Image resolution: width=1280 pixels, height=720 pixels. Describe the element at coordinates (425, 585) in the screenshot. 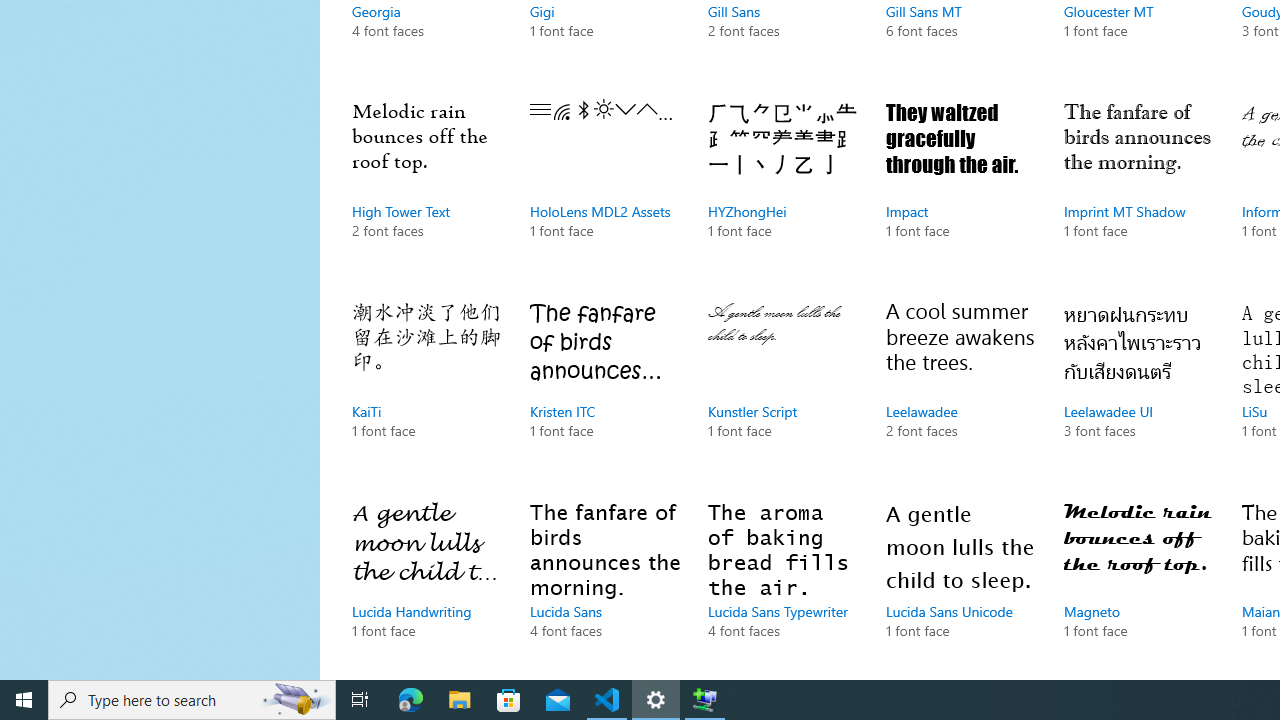

I see `'Lucida Handwriting, 1 font face'` at that location.